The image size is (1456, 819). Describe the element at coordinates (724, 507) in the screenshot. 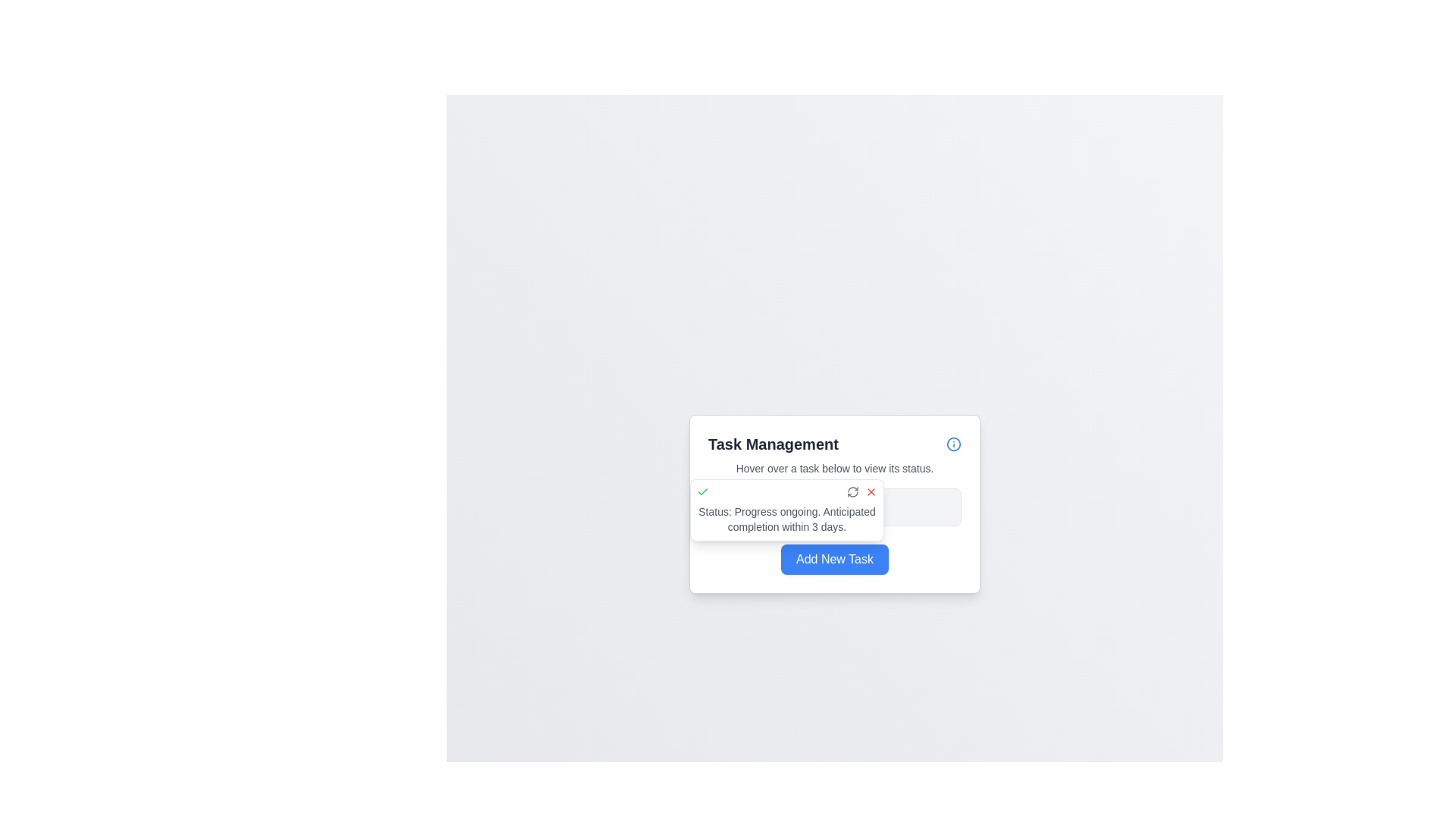

I see `the circular icon styled with yellow color and light stroke, representing an active status within the SVG component framework` at that location.